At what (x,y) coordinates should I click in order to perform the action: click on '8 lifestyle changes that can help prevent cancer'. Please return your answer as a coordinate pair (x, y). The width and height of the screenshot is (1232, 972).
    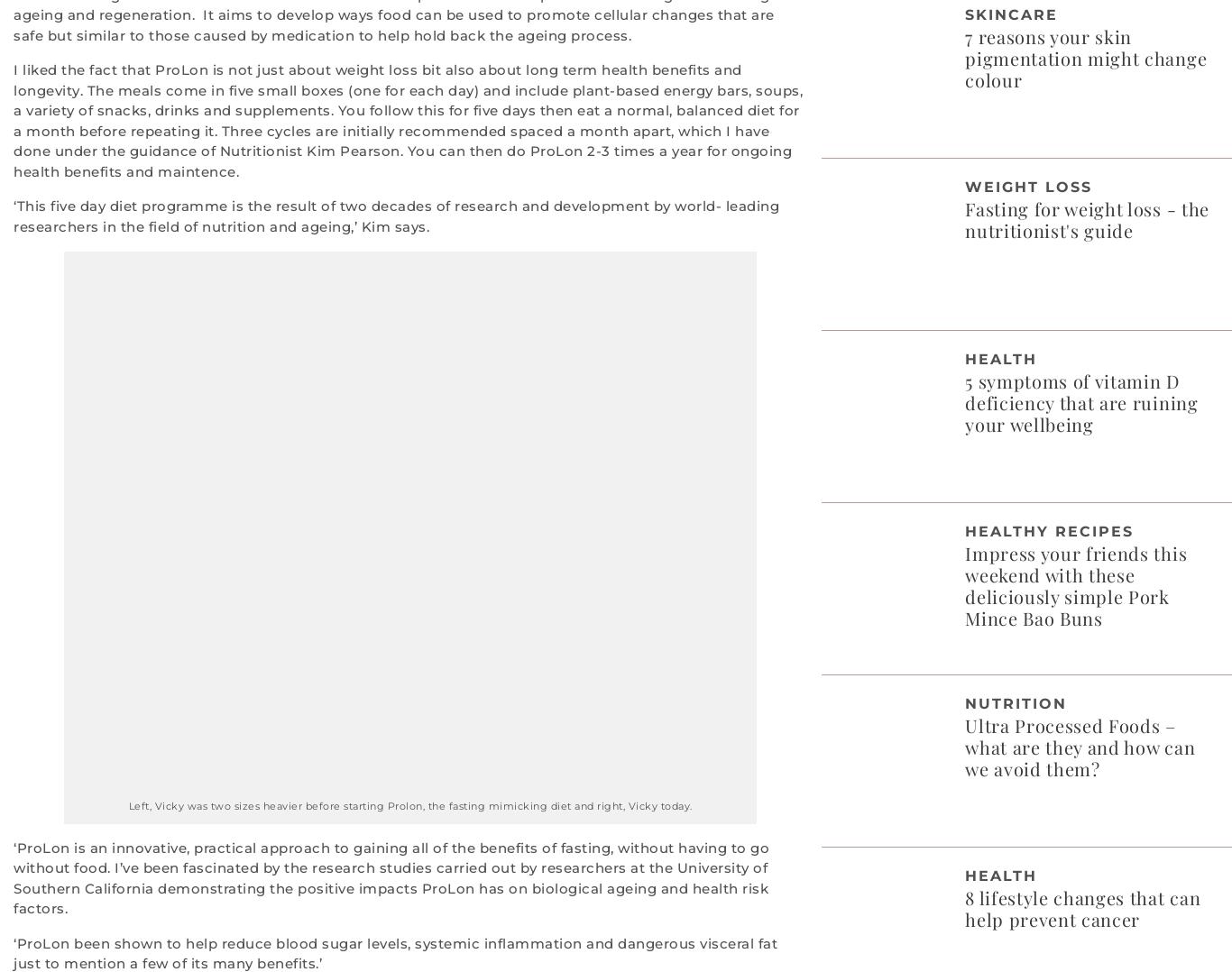
    Looking at the image, I should click on (1082, 906).